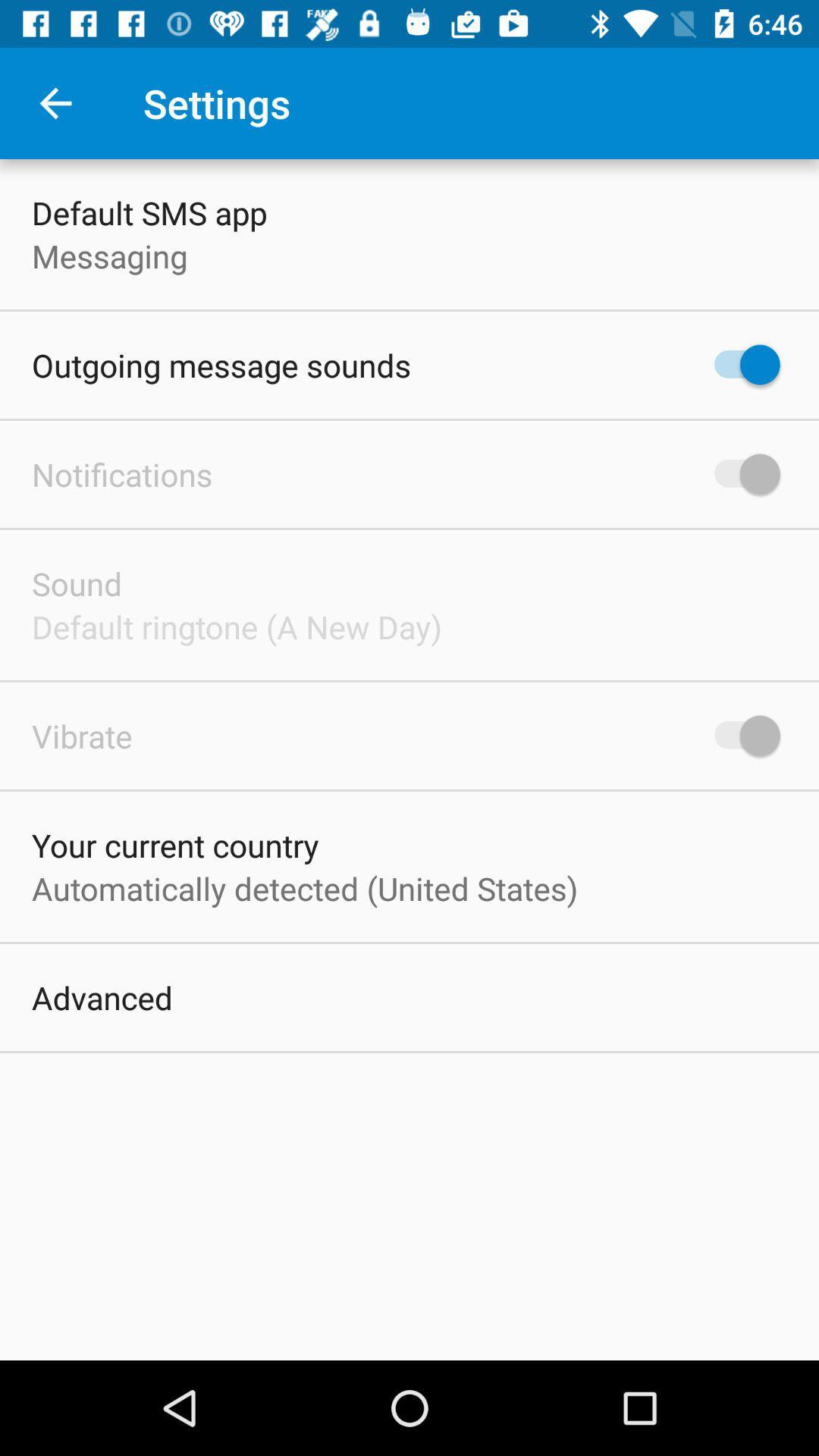 This screenshot has height=1456, width=819. Describe the element at coordinates (304, 888) in the screenshot. I see `item below the your current country icon` at that location.